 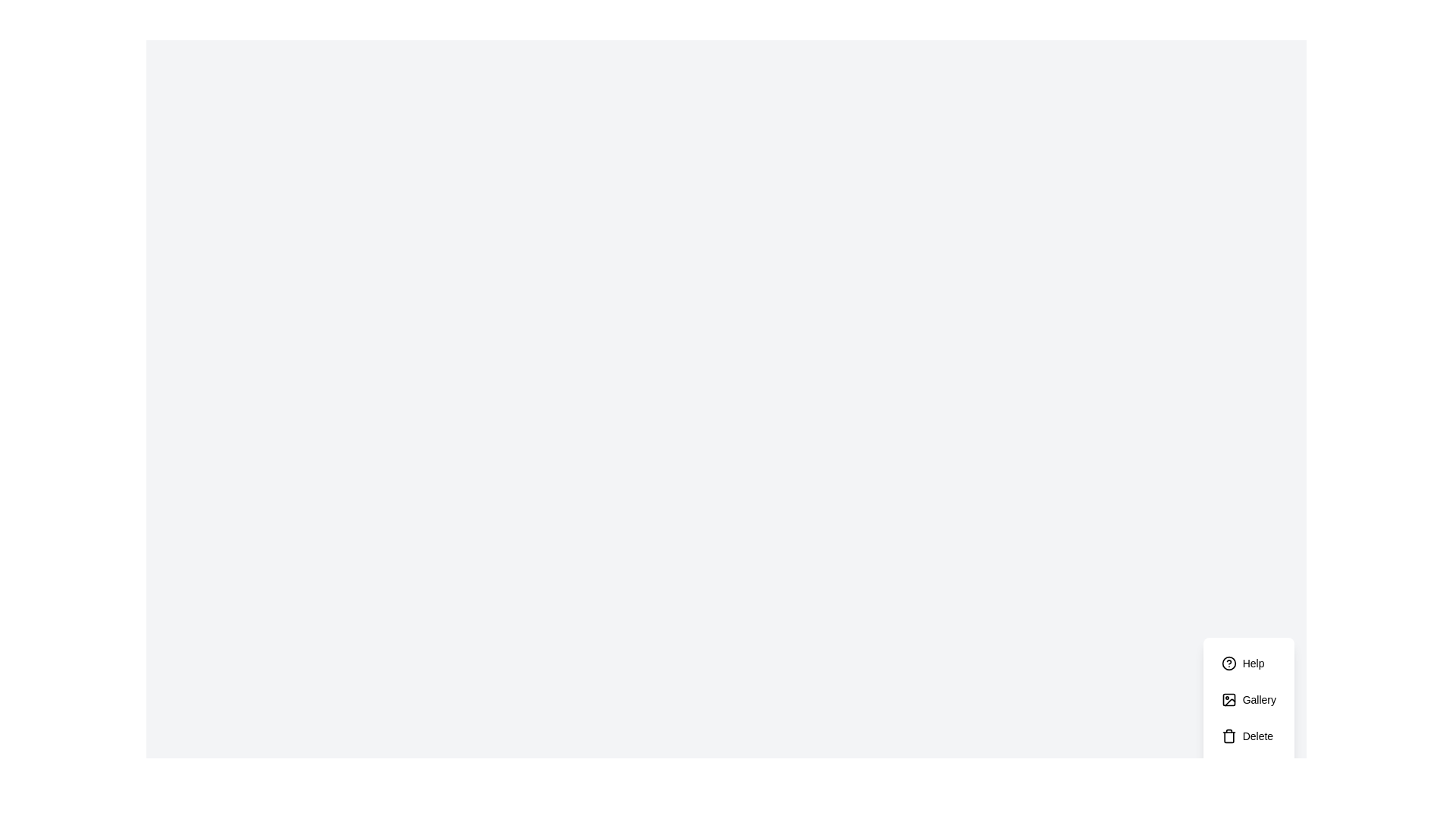 I want to click on the 'Delete' button, so click(x=1248, y=736).